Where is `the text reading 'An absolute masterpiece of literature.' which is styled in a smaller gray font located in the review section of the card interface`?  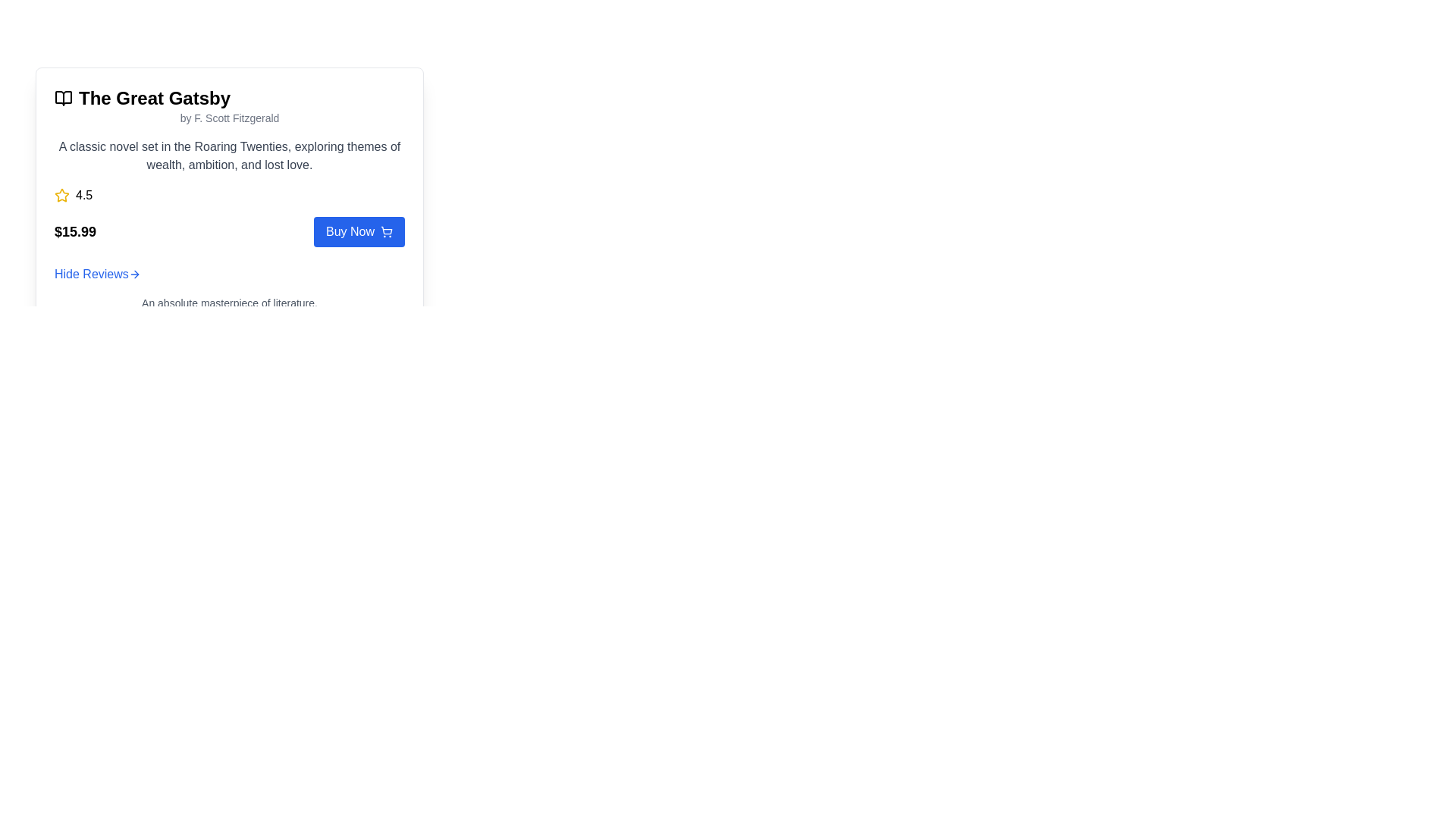
the text reading 'An absolute masterpiece of literature.' which is styled in a smaller gray font located in the review section of the card interface is located at coordinates (228, 303).